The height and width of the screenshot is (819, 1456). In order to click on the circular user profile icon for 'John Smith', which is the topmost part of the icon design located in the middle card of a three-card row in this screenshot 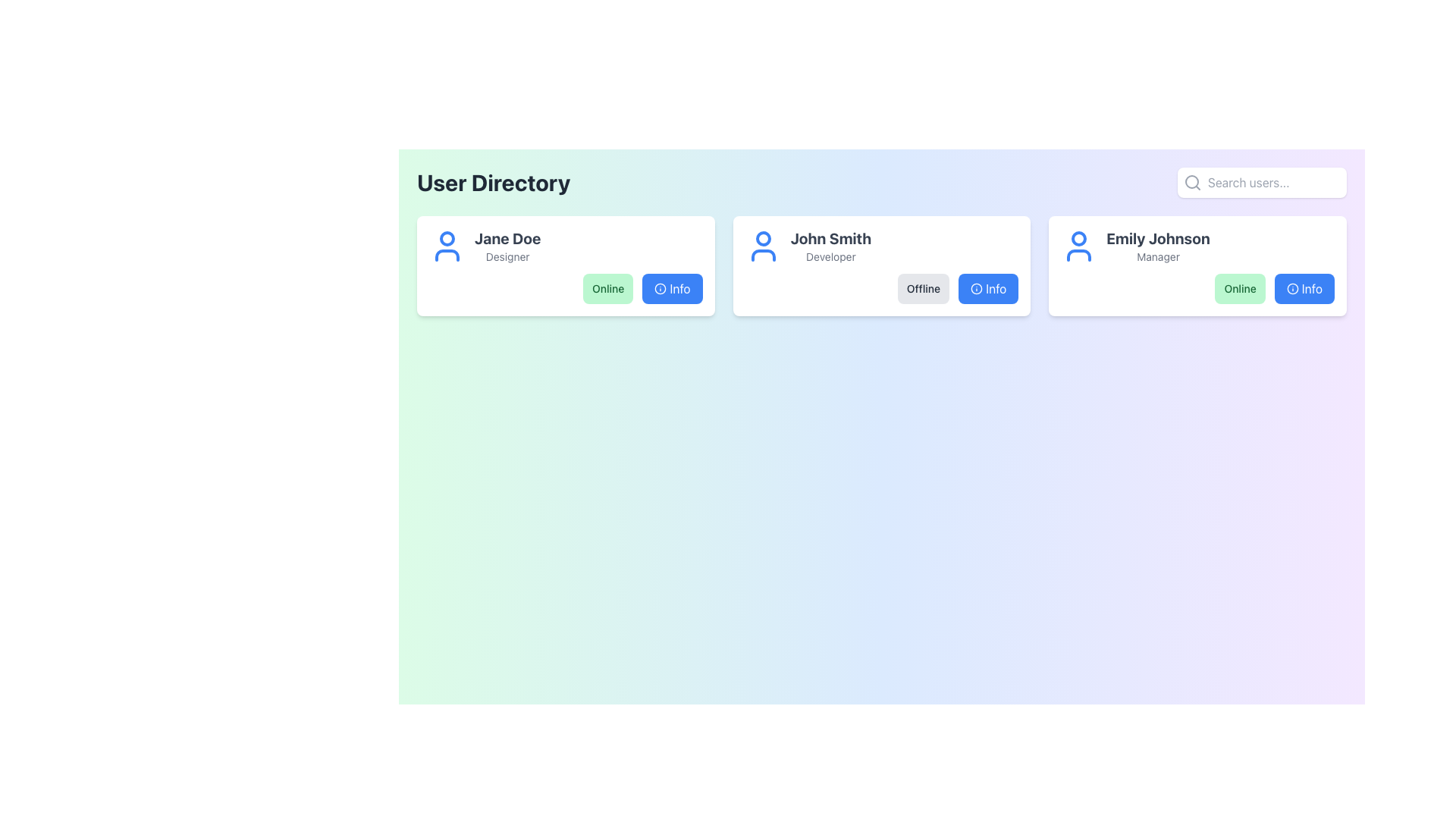, I will do `click(763, 239)`.